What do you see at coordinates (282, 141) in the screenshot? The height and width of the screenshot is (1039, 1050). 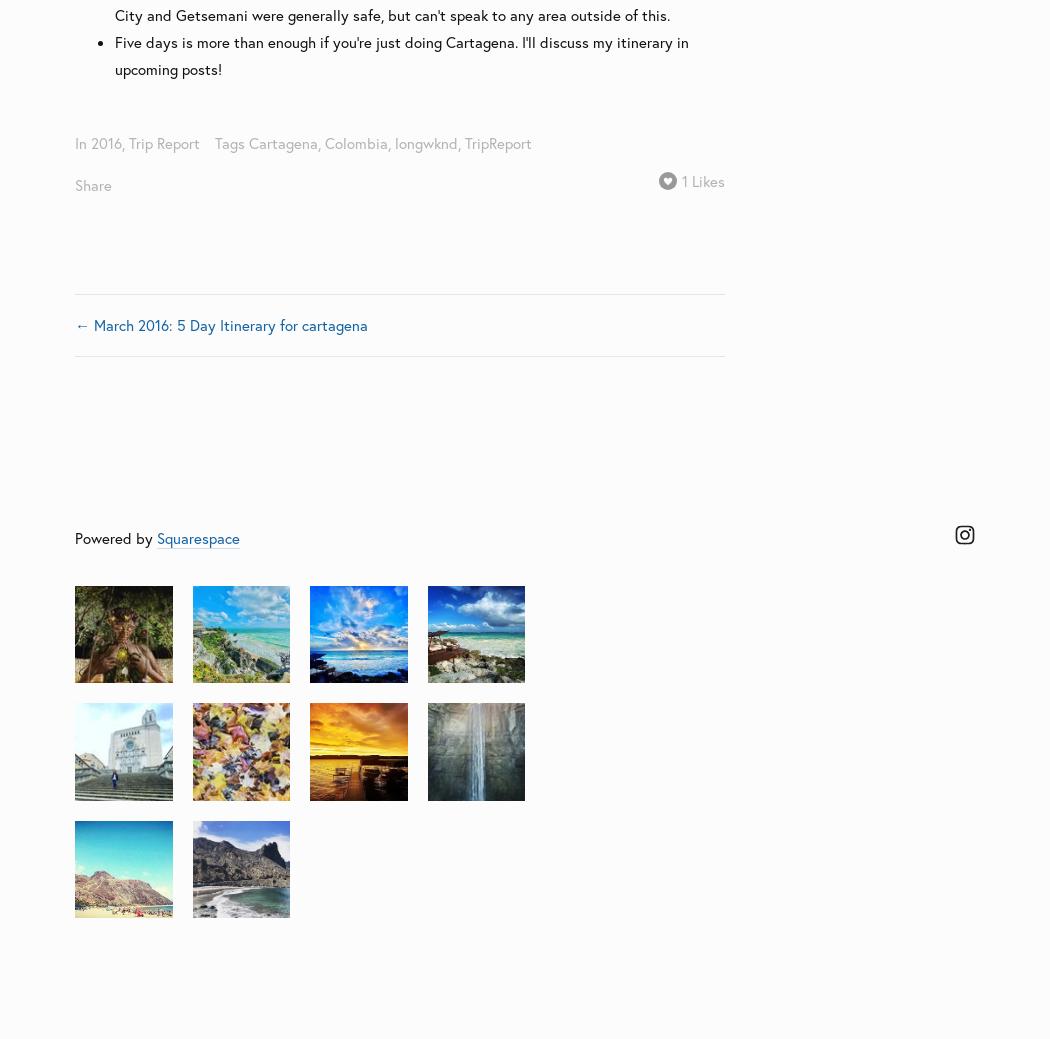 I see `'Cartagena'` at bounding box center [282, 141].